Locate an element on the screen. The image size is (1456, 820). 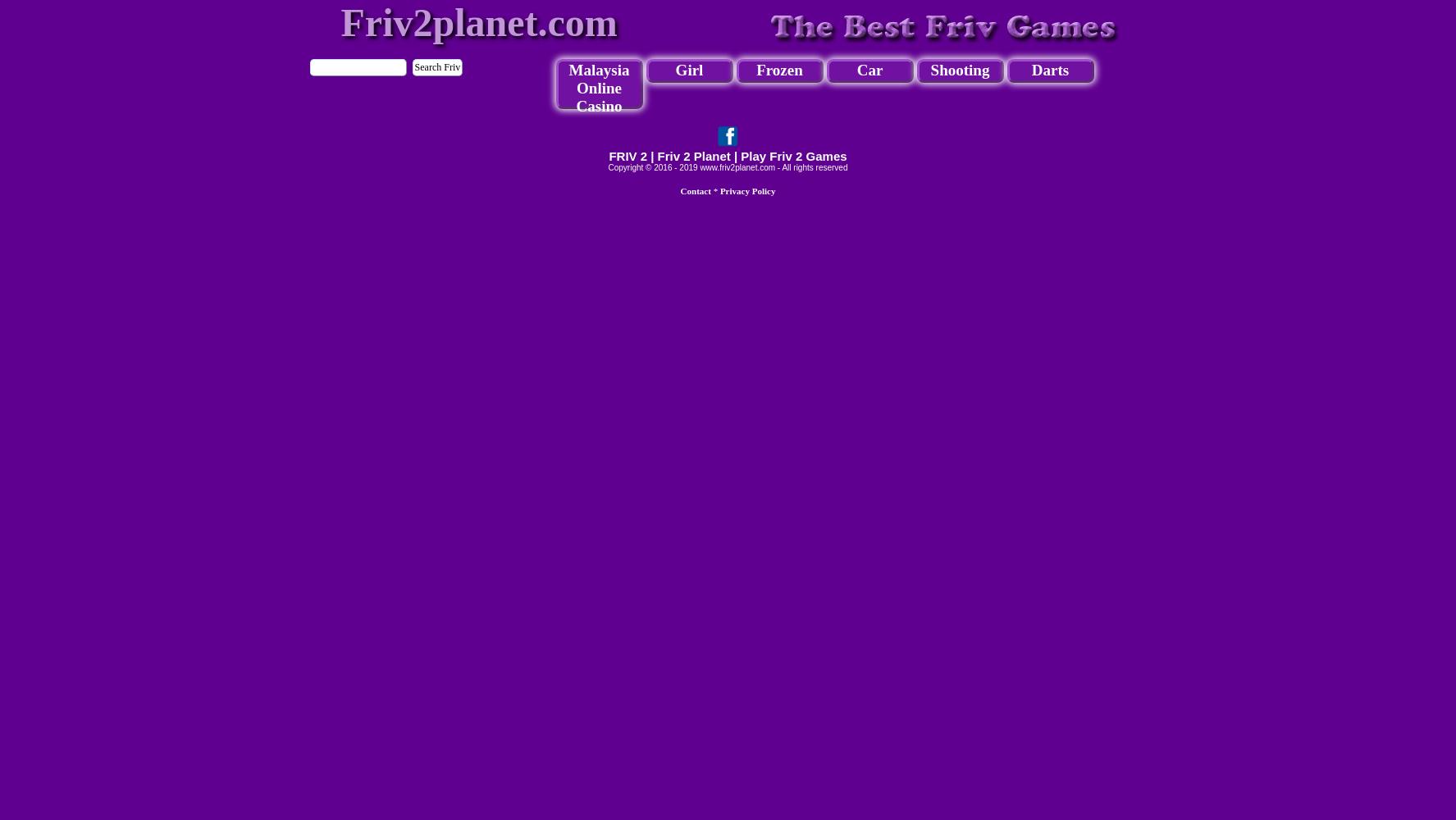
'Contact' is located at coordinates (694, 190).